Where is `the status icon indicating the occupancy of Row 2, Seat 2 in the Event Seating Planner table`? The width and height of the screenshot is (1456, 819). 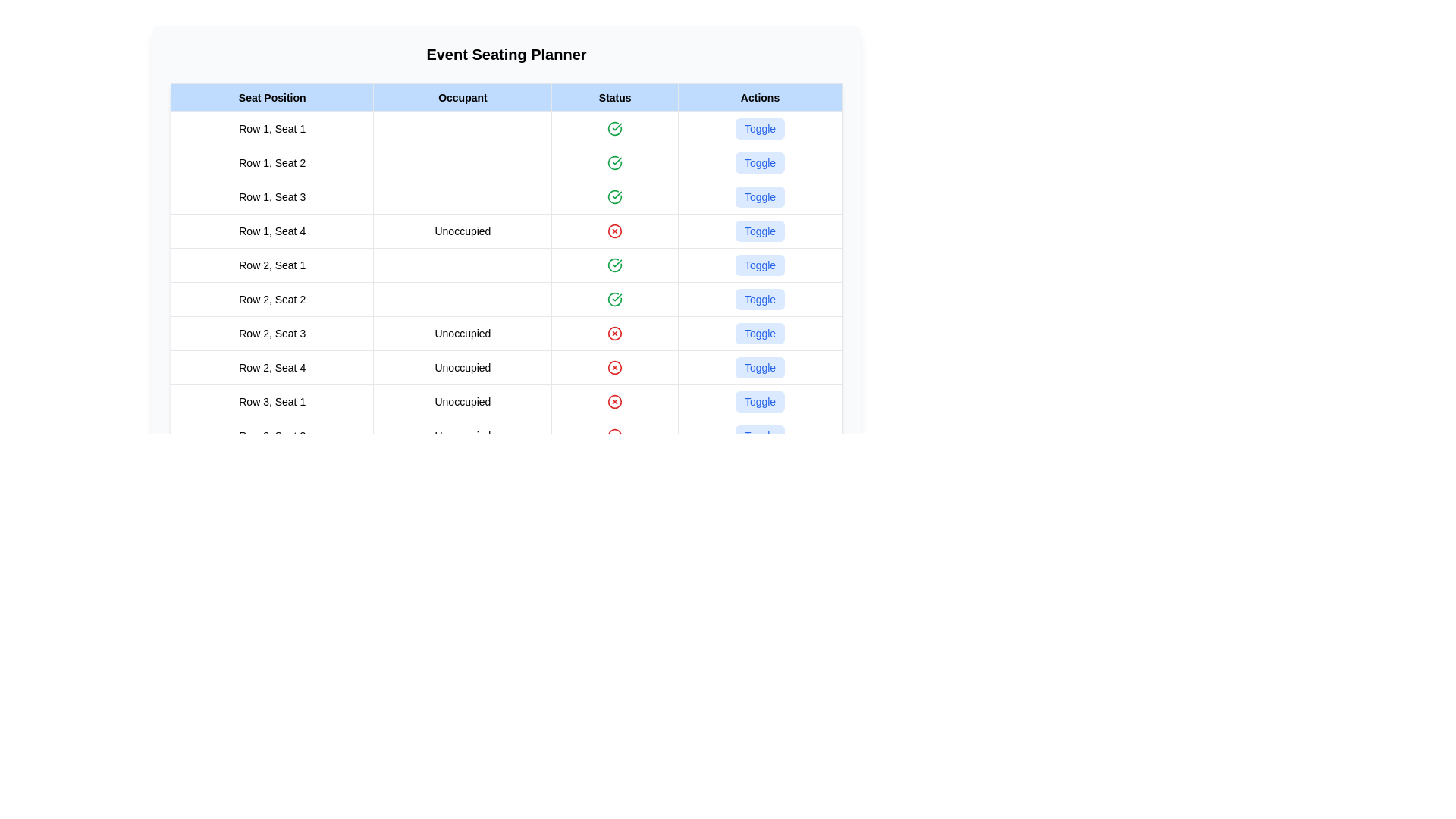 the status icon indicating the occupancy of Row 2, Seat 2 in the Event Seating Planner table is located at coordinates (615, 299).